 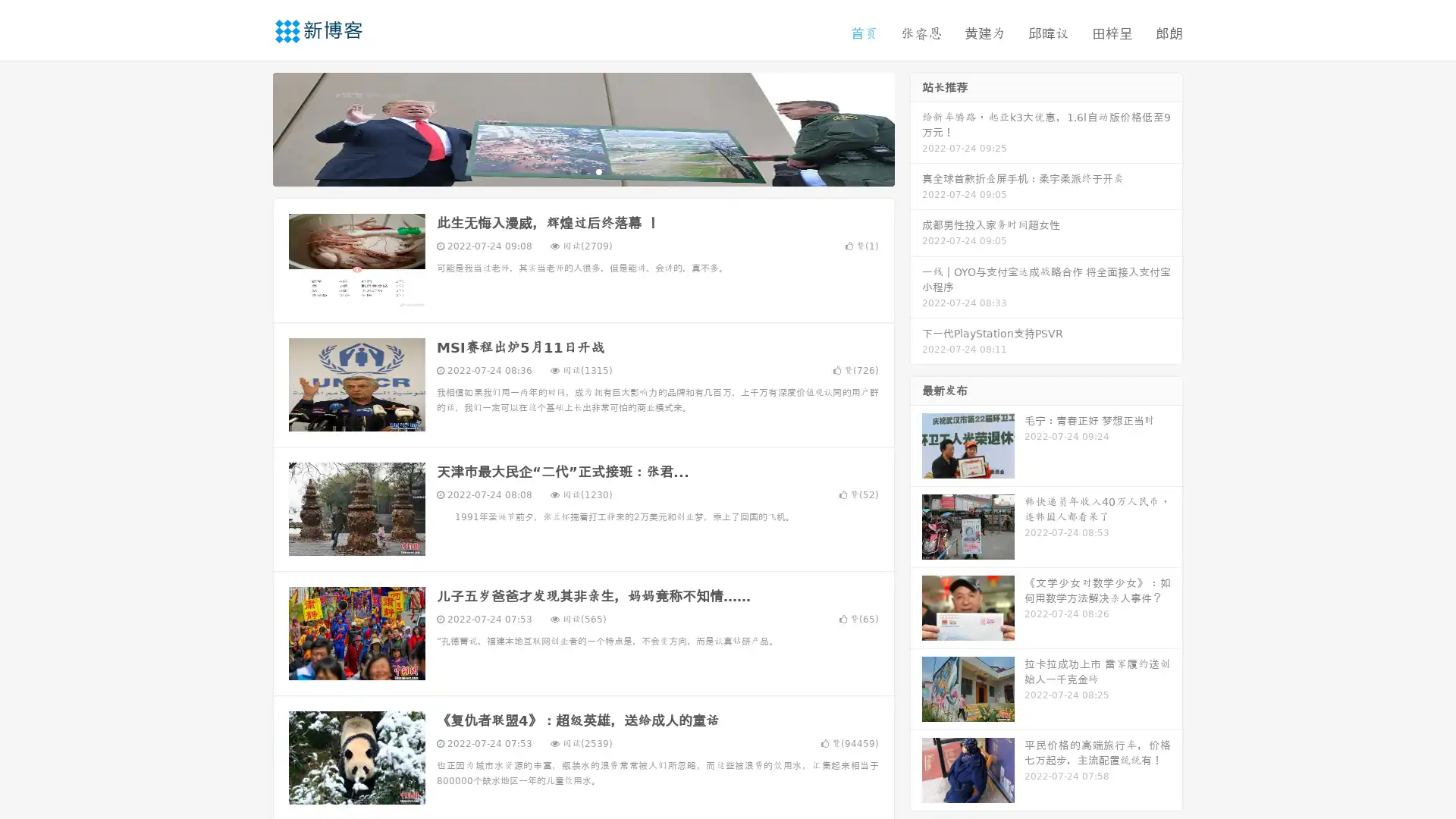 What do you see at coordinates (916, 127) in the screenshot?
I see `Next slide` at bounding box center [916, 127].